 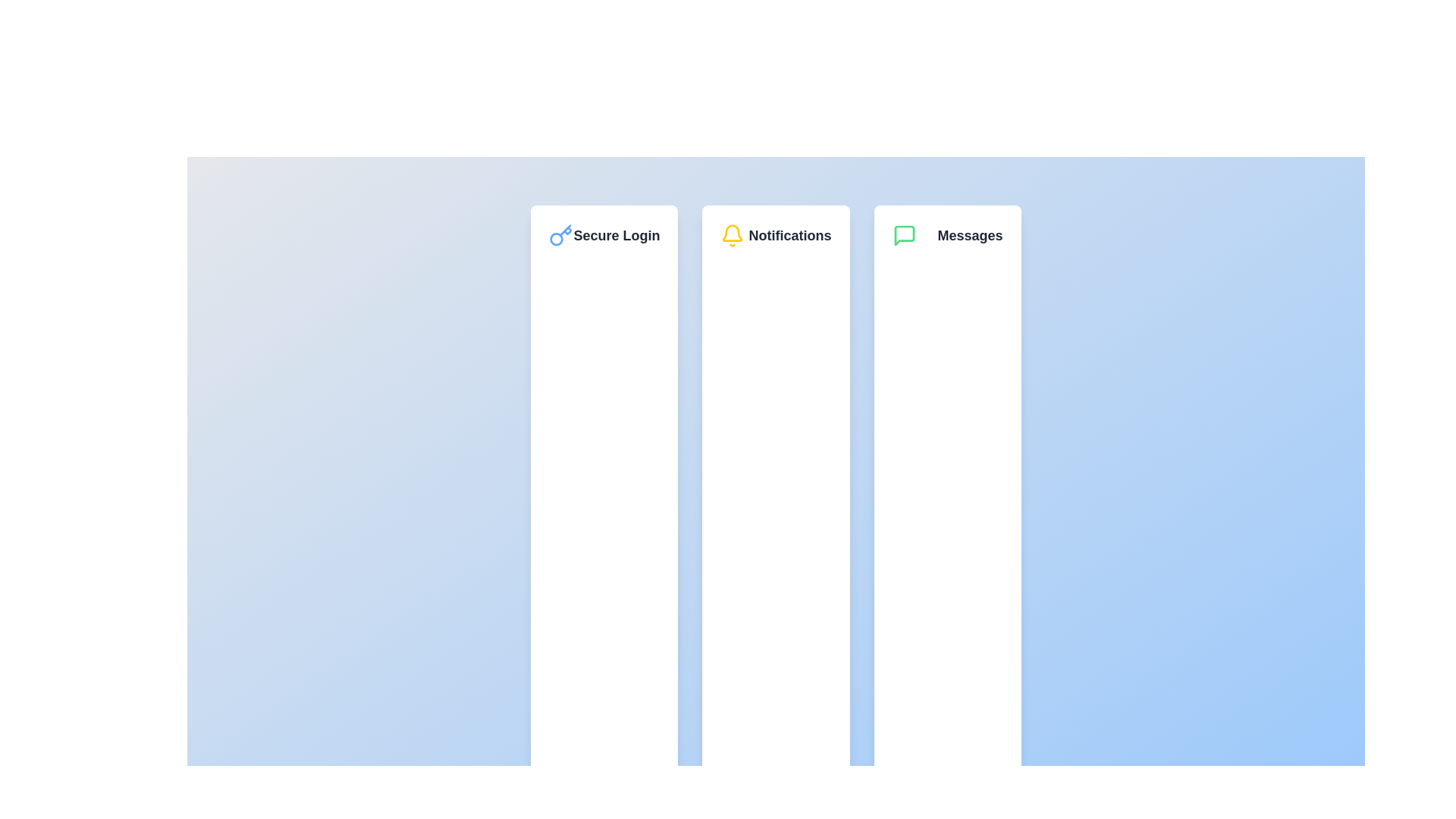 I want to click on the text label that serves as the heading for the notifications section, located at the center of the middle section in a three-column layout, directly below a bell icon, so click(x=789, y=236).